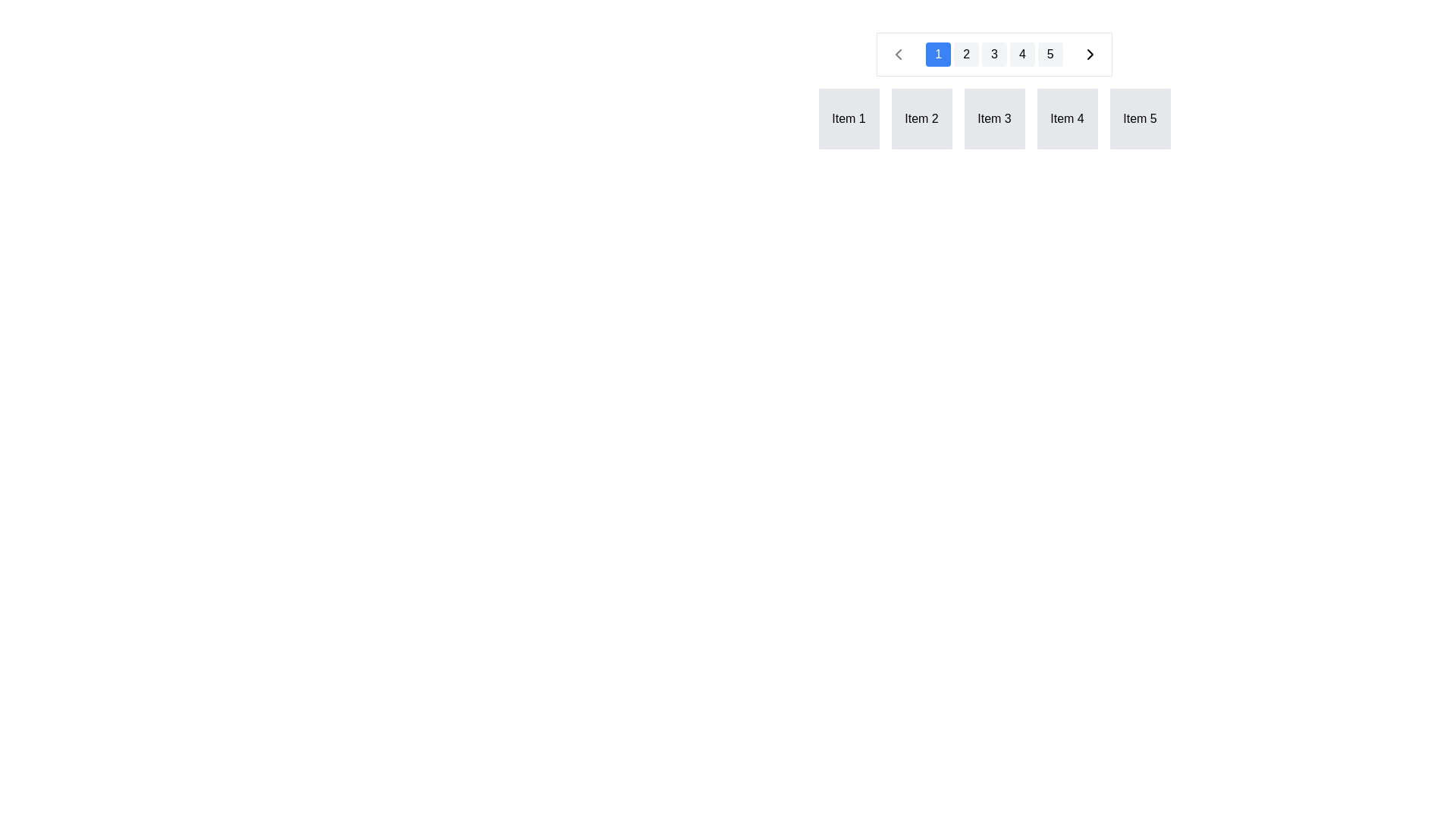  What do you see at coordinates (1140, 118) in the screenshot?
I see `the square button labeled 'Item 5' with a gray background, located in the upper-right section of the interface, positioned to the right of 'Item 4'` at bounding box center [1140, 118].